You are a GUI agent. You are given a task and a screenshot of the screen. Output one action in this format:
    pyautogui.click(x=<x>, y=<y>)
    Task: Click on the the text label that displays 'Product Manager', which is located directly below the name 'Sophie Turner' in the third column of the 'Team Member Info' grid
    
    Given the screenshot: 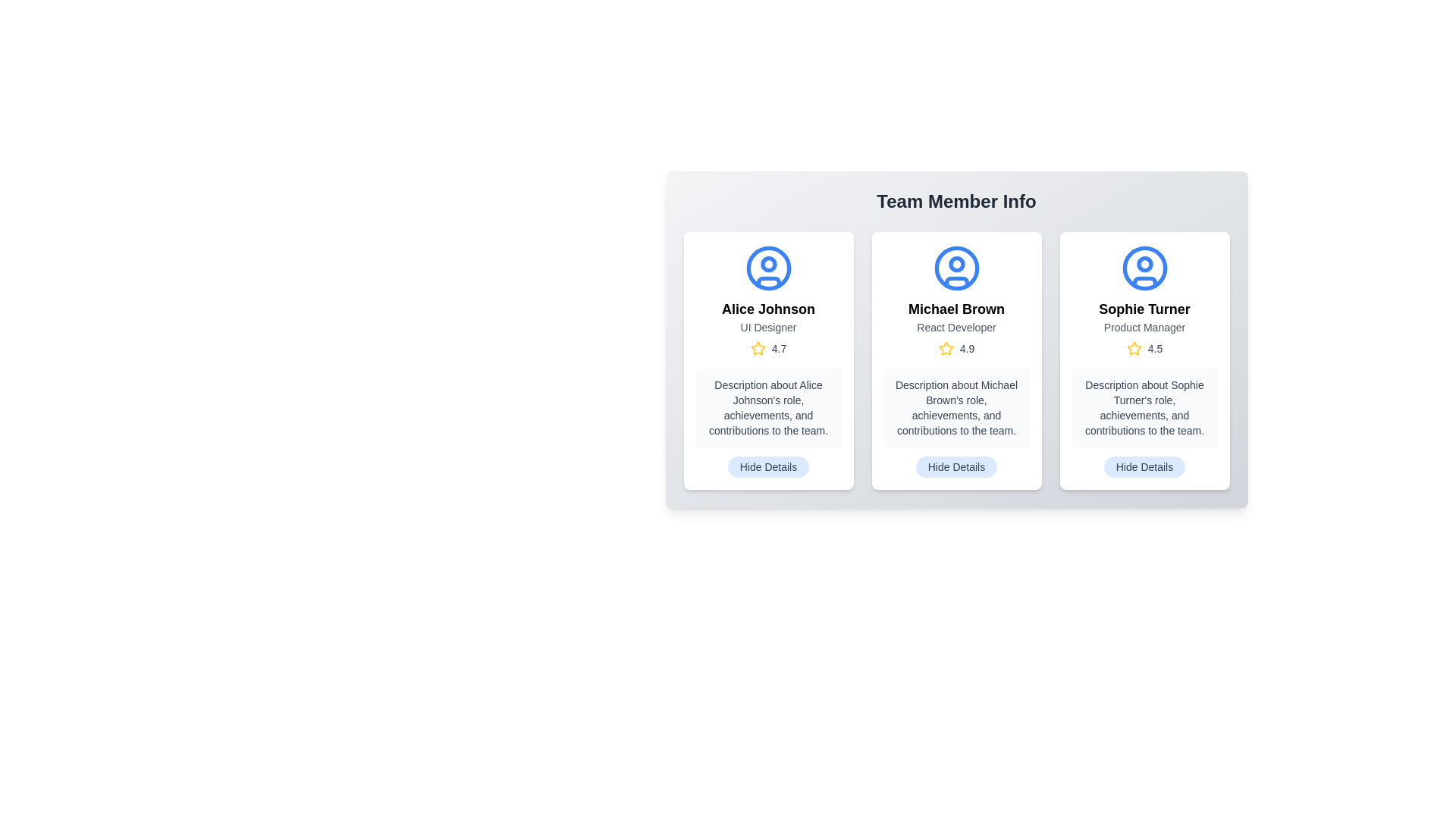 What is the action you would take?
    pyautogui.click(x=1144, y=327)
    